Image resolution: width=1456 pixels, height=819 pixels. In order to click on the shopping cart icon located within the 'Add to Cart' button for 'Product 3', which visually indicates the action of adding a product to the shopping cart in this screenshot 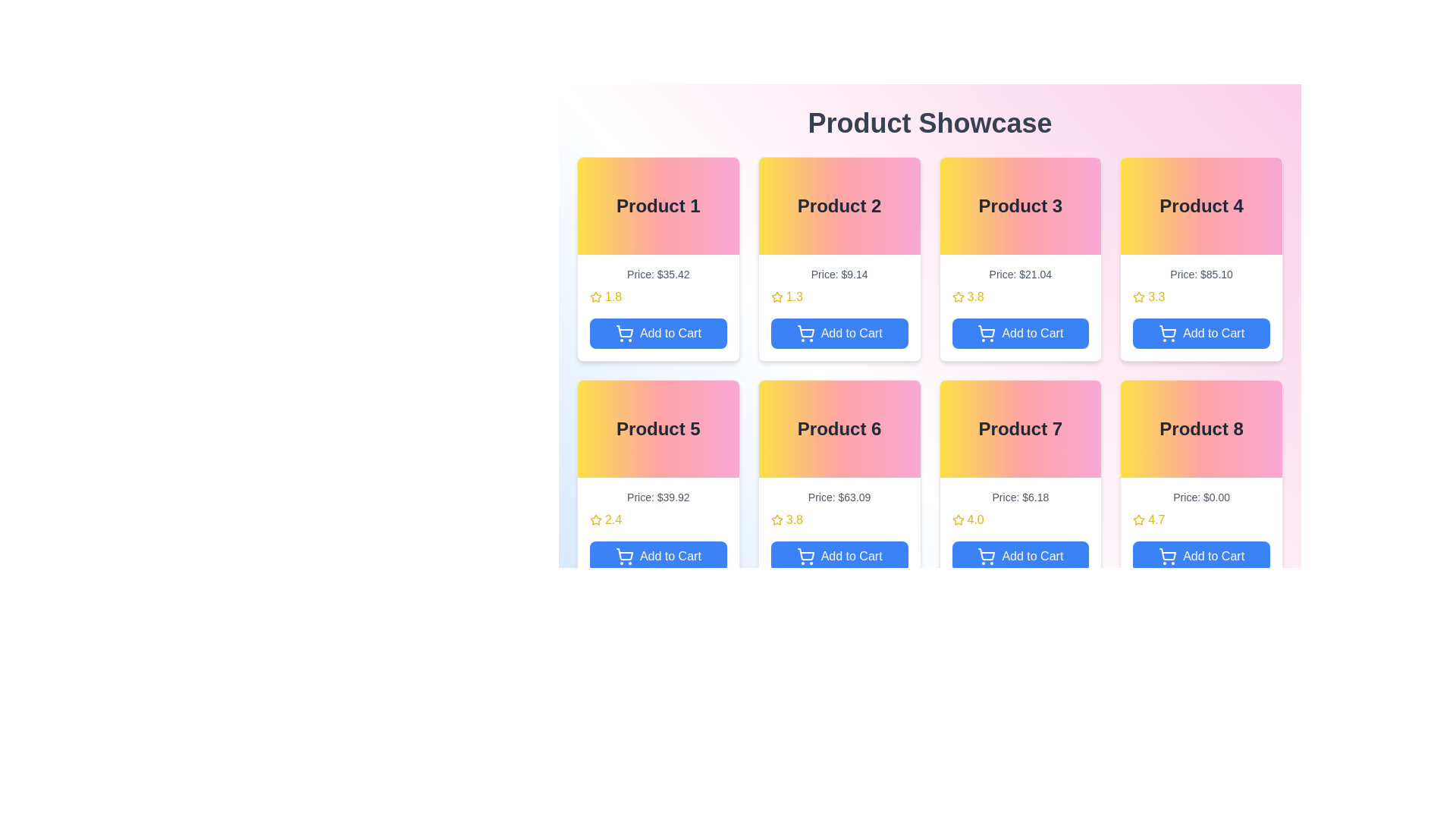, I will do `click(987, 331)`.